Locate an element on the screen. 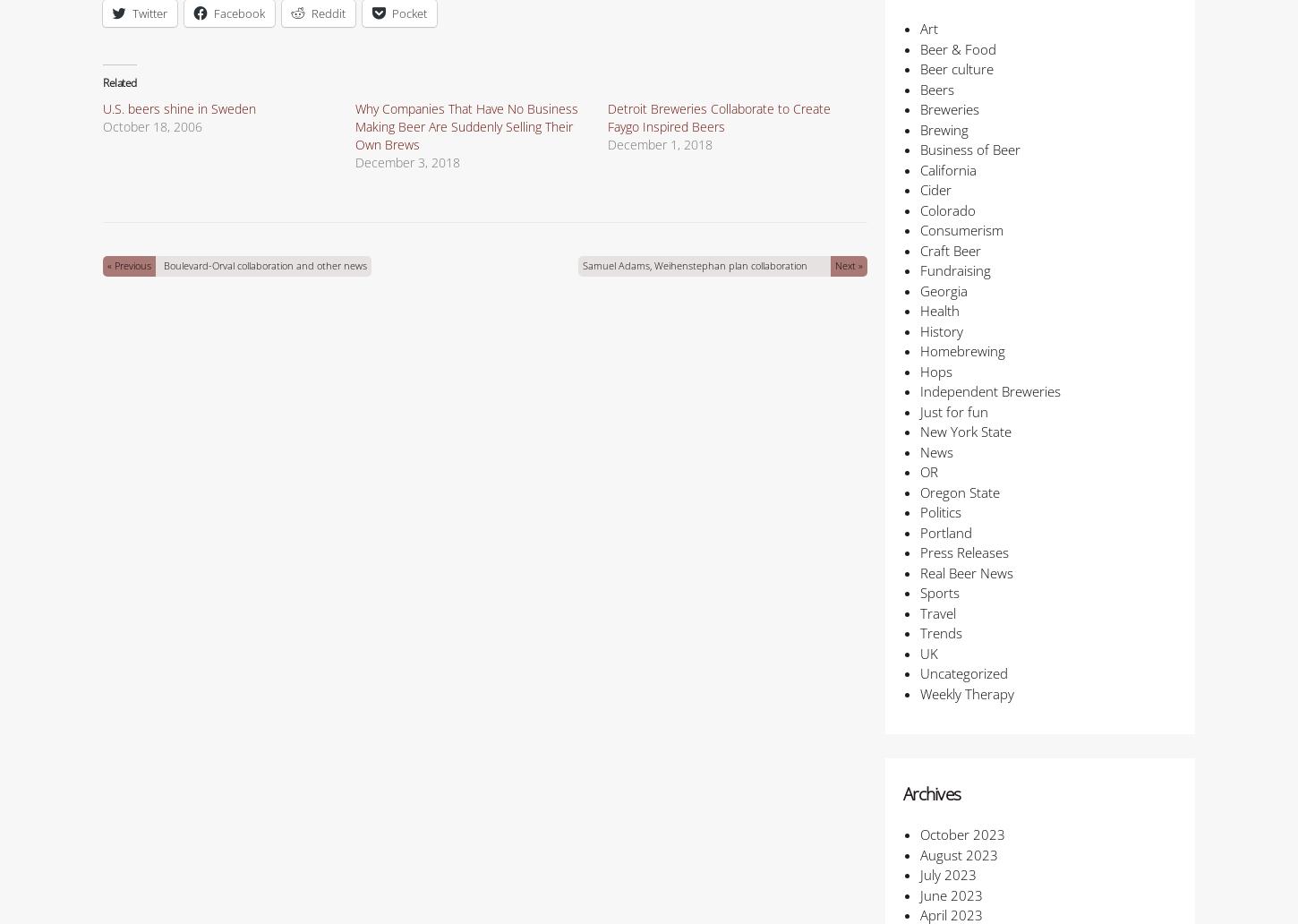 Image resolution: width=1298 pixels, height=924 pixels. 'Archives' is located at coordinates (931, 793).